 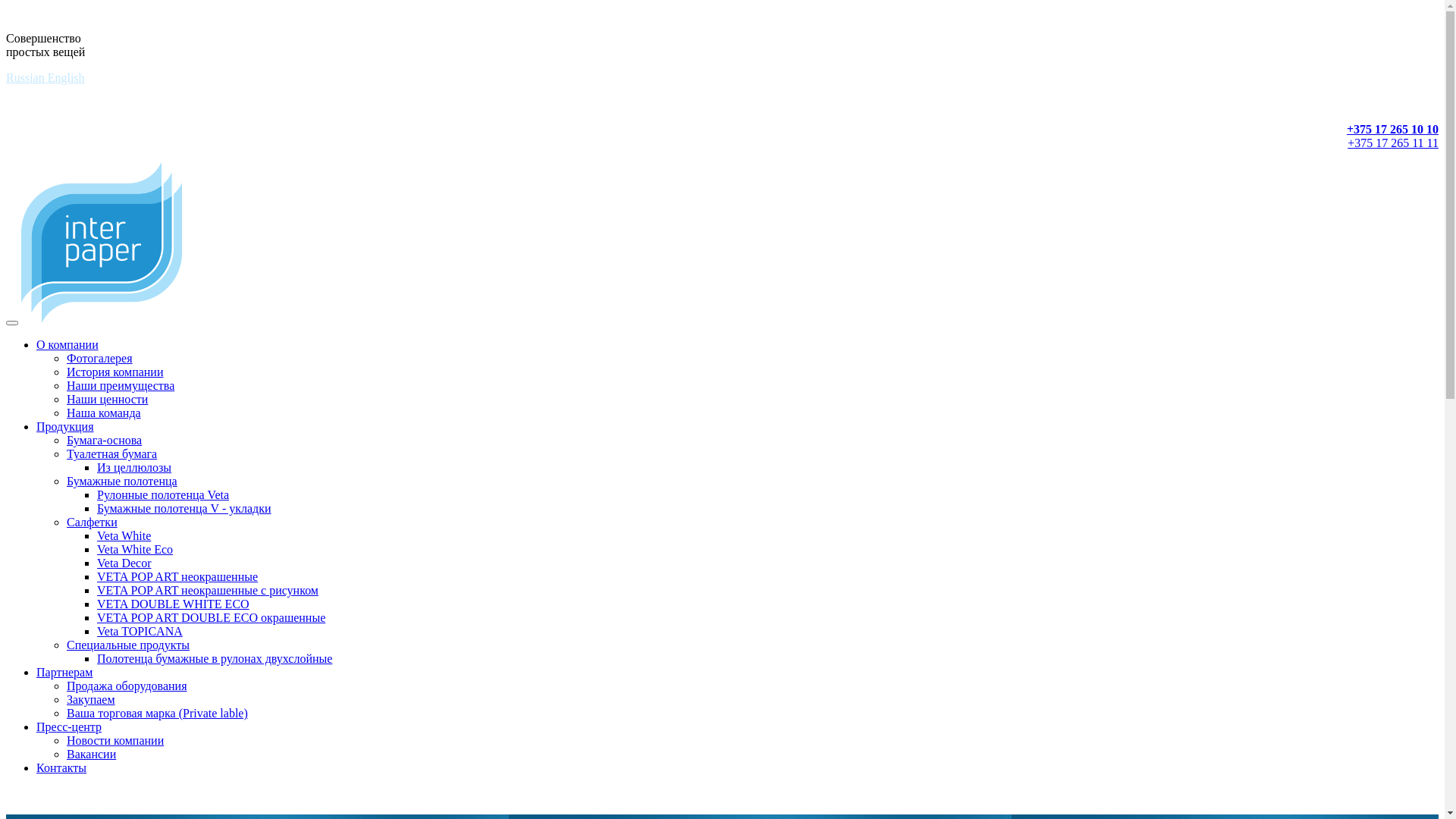 I want to click on 'Russian', so click(x=27, y=77).